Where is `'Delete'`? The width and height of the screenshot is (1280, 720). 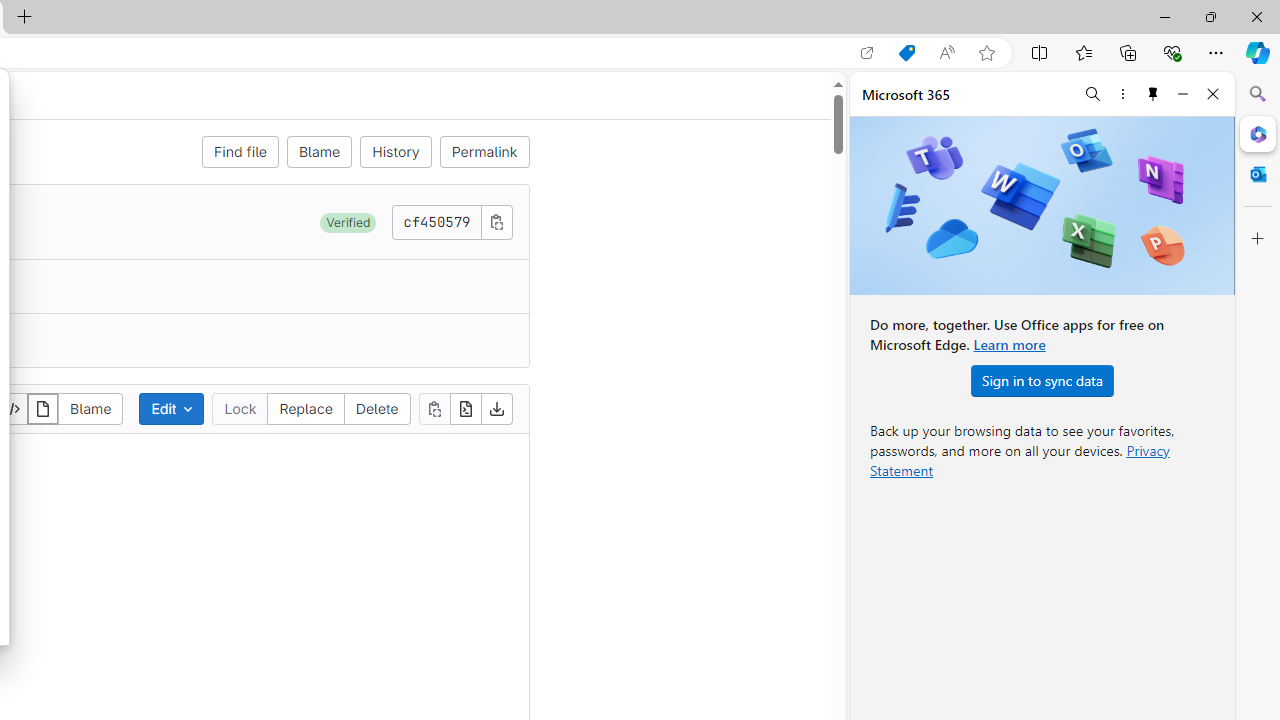 'Delete' is located at coordinates (376, 407).